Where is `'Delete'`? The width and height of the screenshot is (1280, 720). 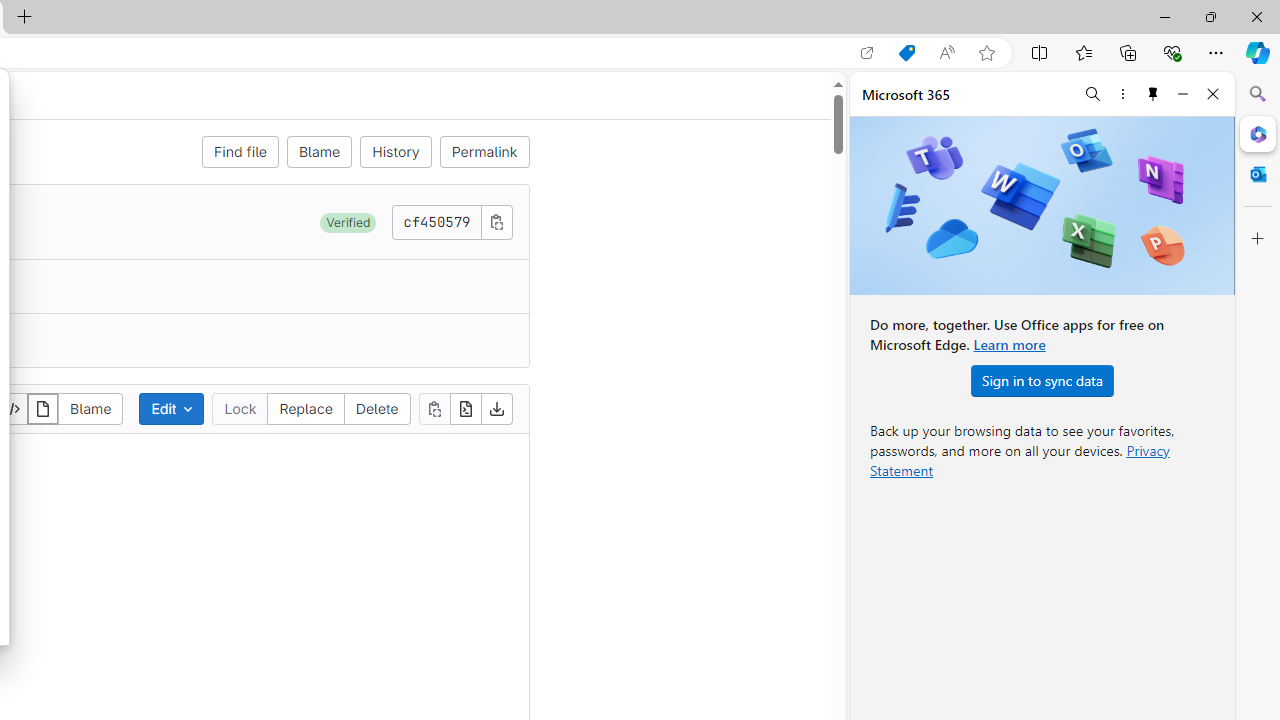 'Delete' is located at coordinates (376, 407).